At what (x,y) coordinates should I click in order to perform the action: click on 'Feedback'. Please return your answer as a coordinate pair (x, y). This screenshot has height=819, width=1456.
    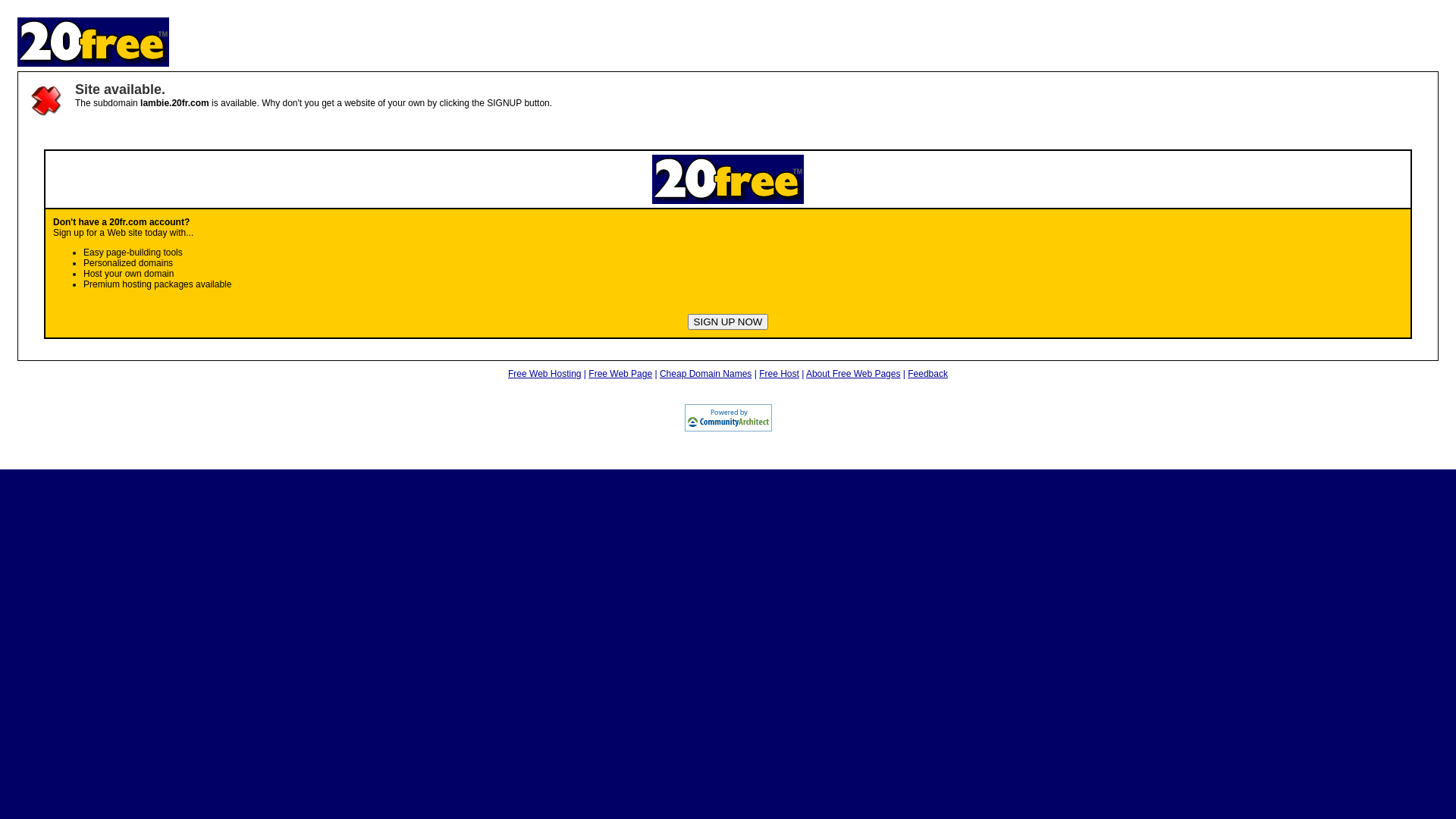
    Looking at the image, I should click on (927, 374).